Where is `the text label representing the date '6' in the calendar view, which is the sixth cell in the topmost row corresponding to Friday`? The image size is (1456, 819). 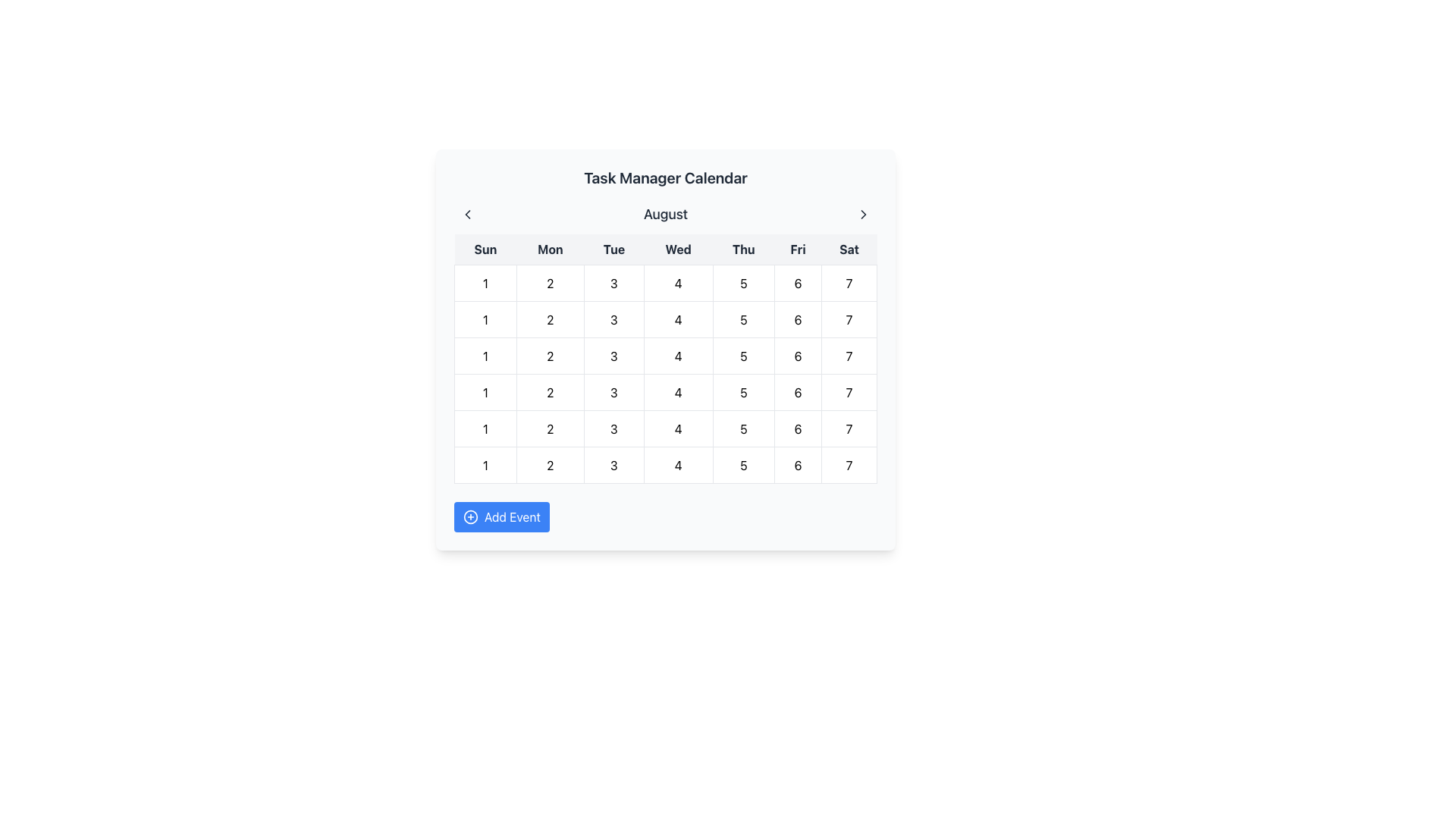 the text label representing the date '6' in the calendar view, which is the sixth cell in the topmost row corresponding to Friday is located at coordinates (797, 464).